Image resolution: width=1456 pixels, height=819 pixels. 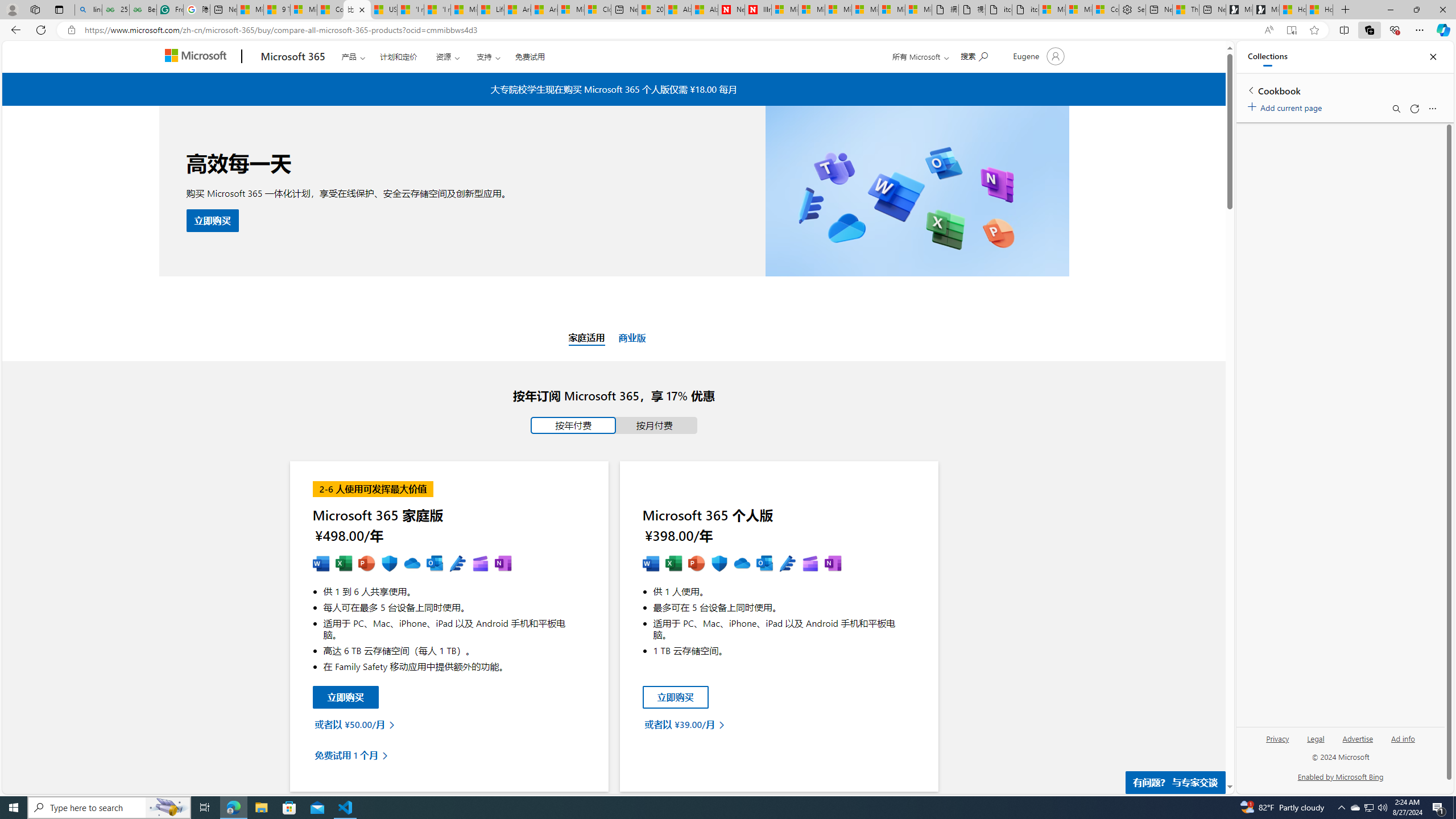 I want to click on 'Lifestyle - MSN', so click(x=491, y=9).